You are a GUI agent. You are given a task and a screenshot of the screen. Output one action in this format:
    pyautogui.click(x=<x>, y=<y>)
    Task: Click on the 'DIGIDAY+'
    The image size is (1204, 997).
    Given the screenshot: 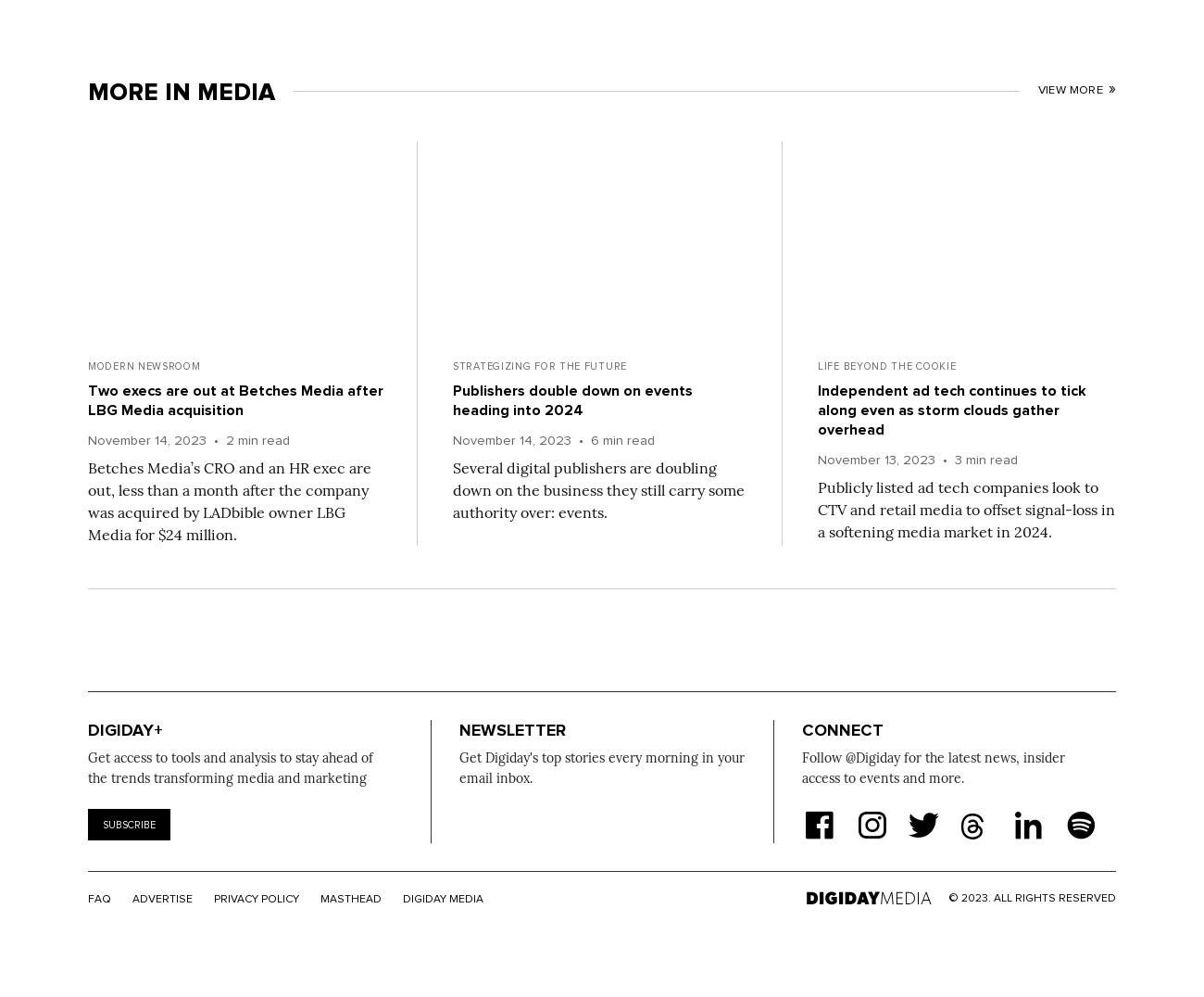 What is the action you would take?
    pyautogui.click(x=124, y=729)
    